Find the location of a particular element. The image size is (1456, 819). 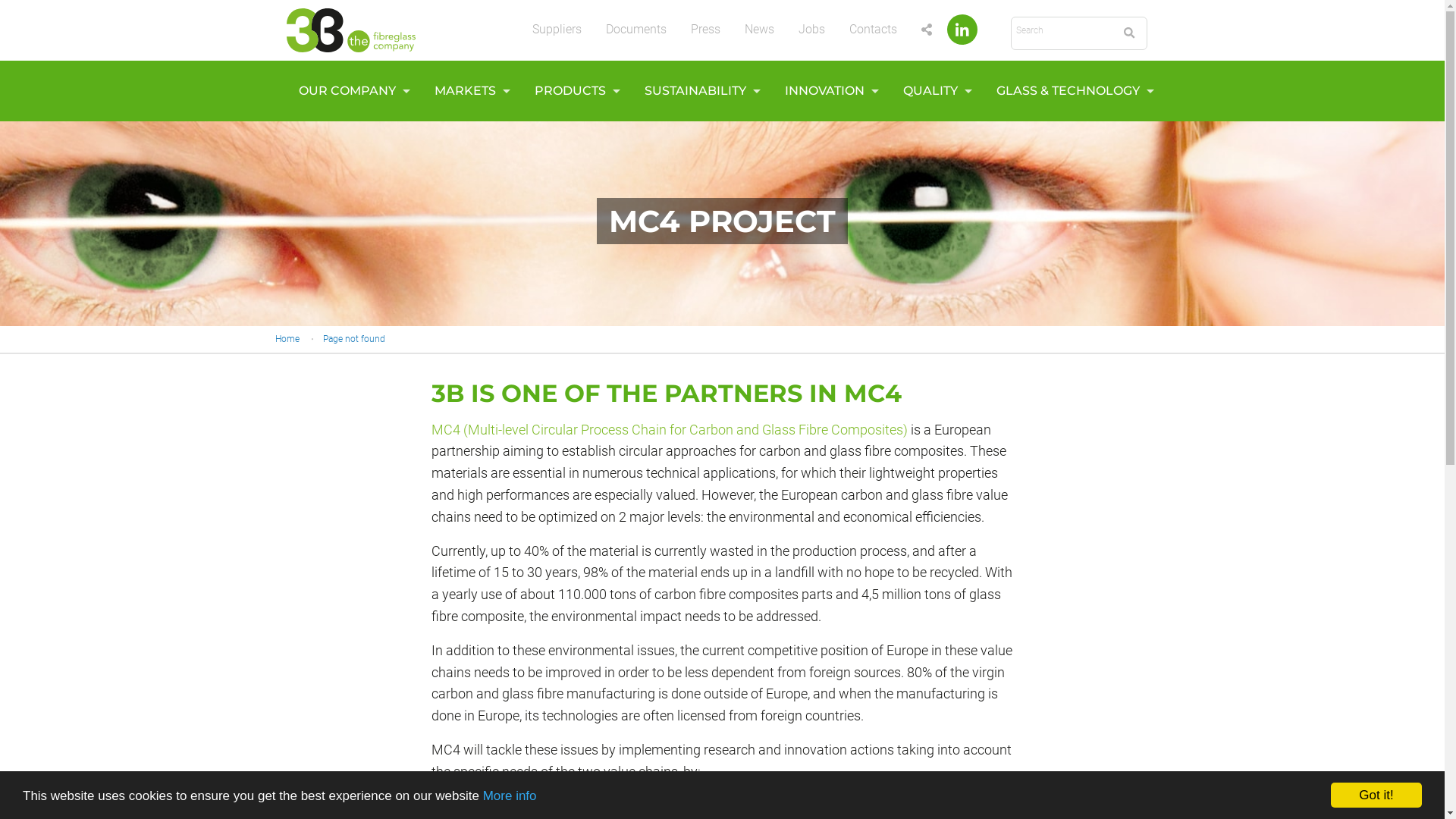

'Contacts' is located at coordinates (873, 29).